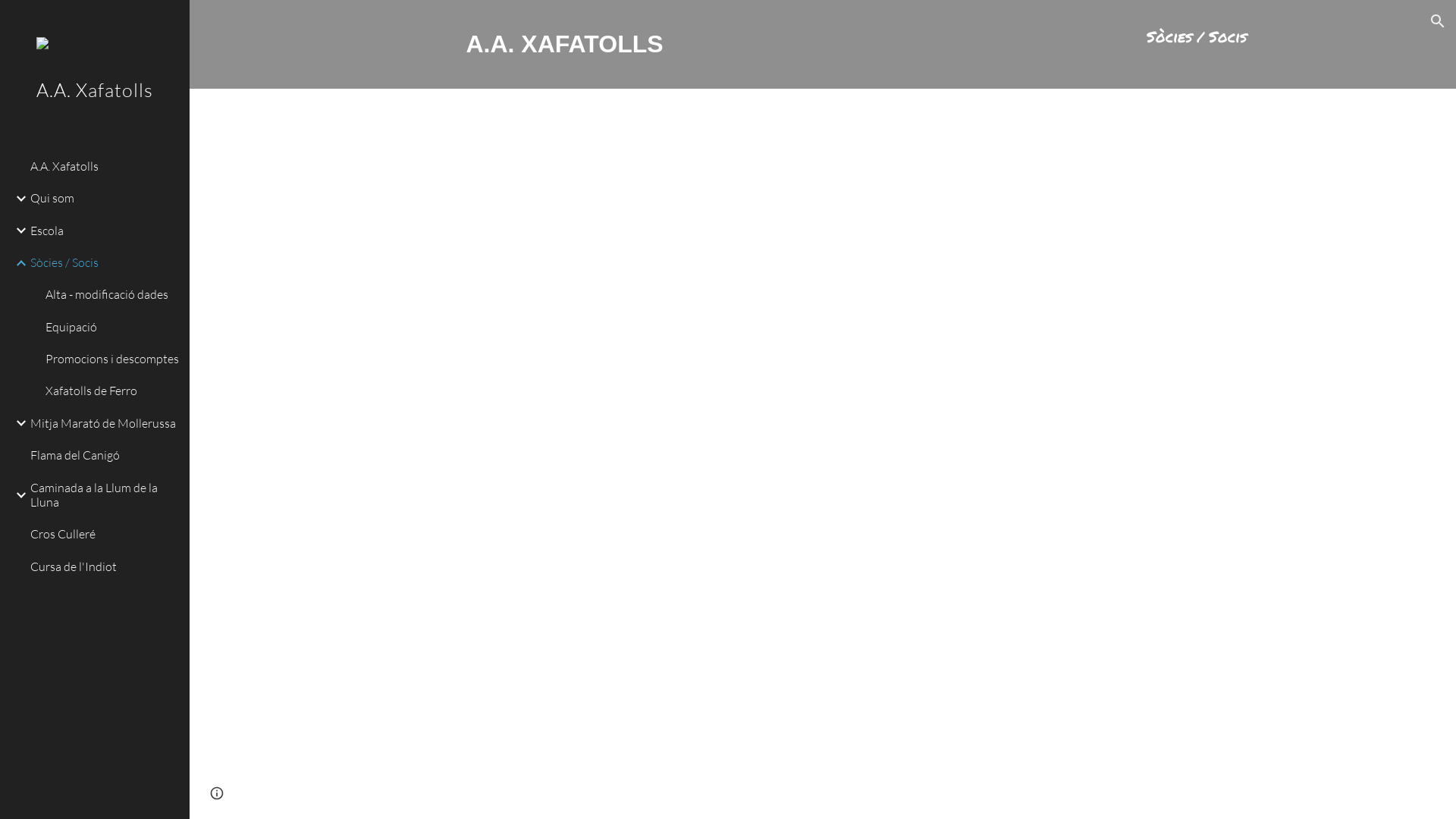 The height and width of the screenshot is (819, 1456). I want to click on 'Expand/Collapse', so click(17, 231).